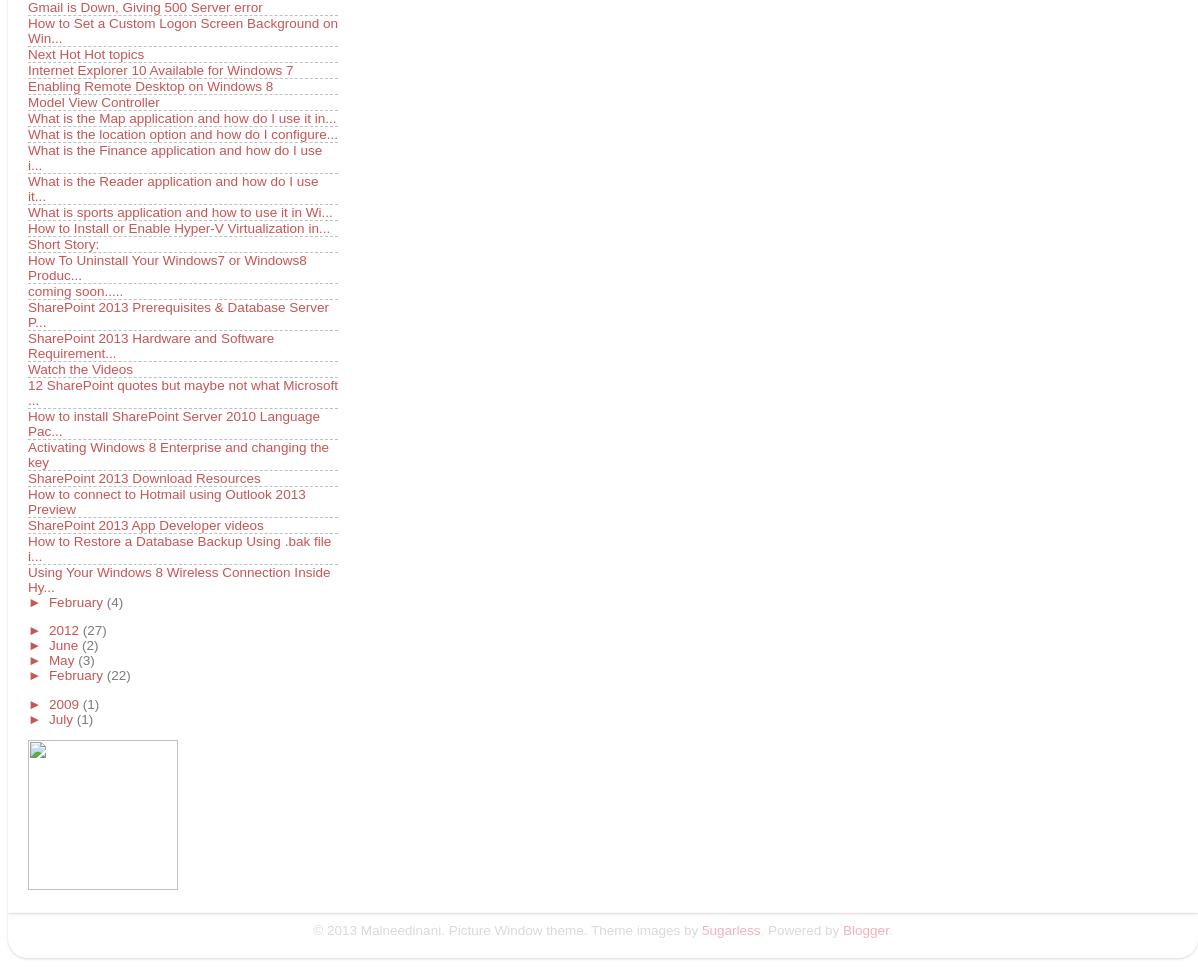 The width and height of the screenshot is (1198, 973). What do you see at coordinates (166, 265) in the screenshot?
I see `'How To Uninstall Your Windows7 or Windows8  Produc...'` at bounding box center [166, 265].